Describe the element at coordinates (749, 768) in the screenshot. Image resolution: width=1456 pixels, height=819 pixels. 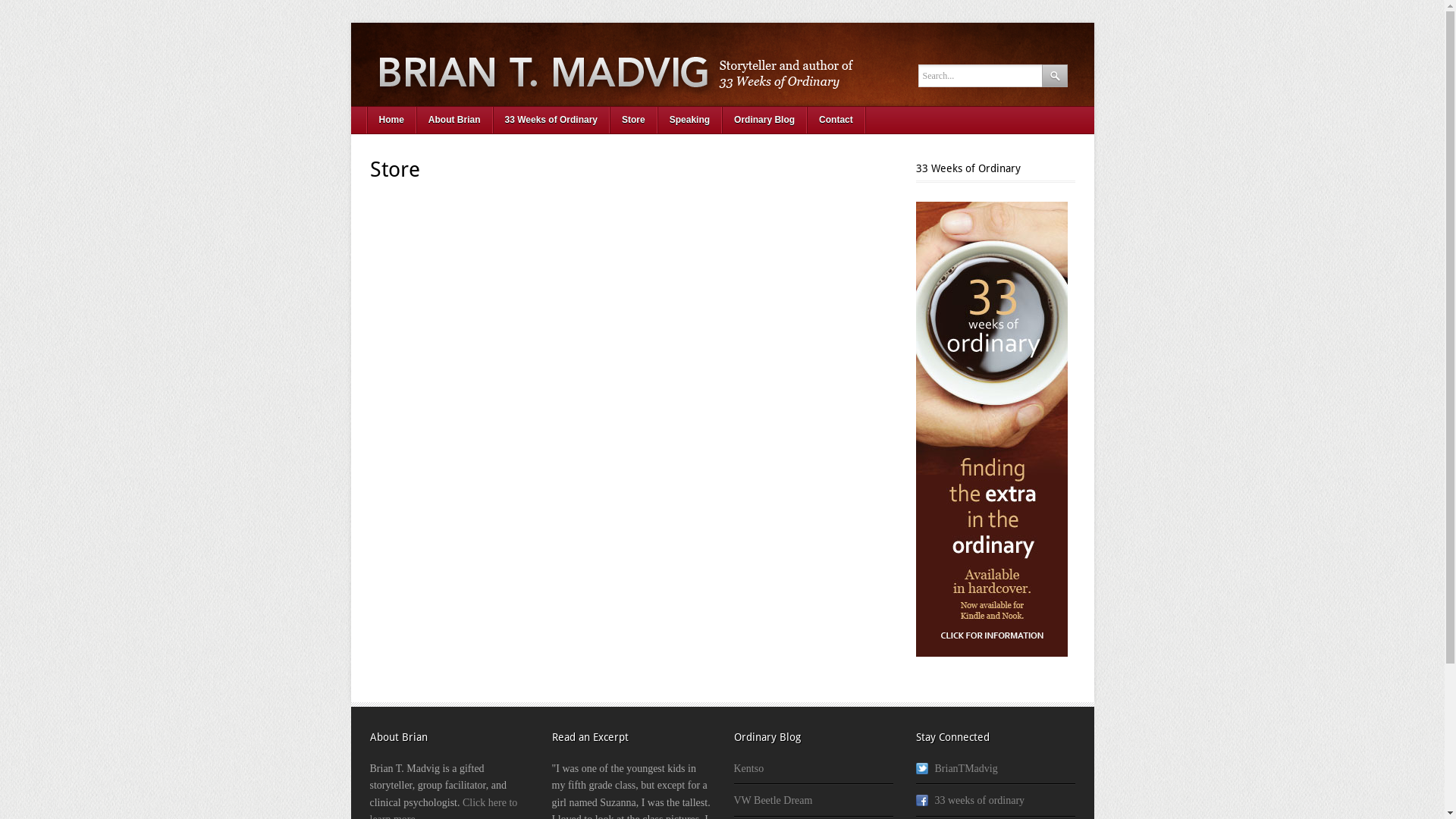
I see `'Kentso'` at that location.